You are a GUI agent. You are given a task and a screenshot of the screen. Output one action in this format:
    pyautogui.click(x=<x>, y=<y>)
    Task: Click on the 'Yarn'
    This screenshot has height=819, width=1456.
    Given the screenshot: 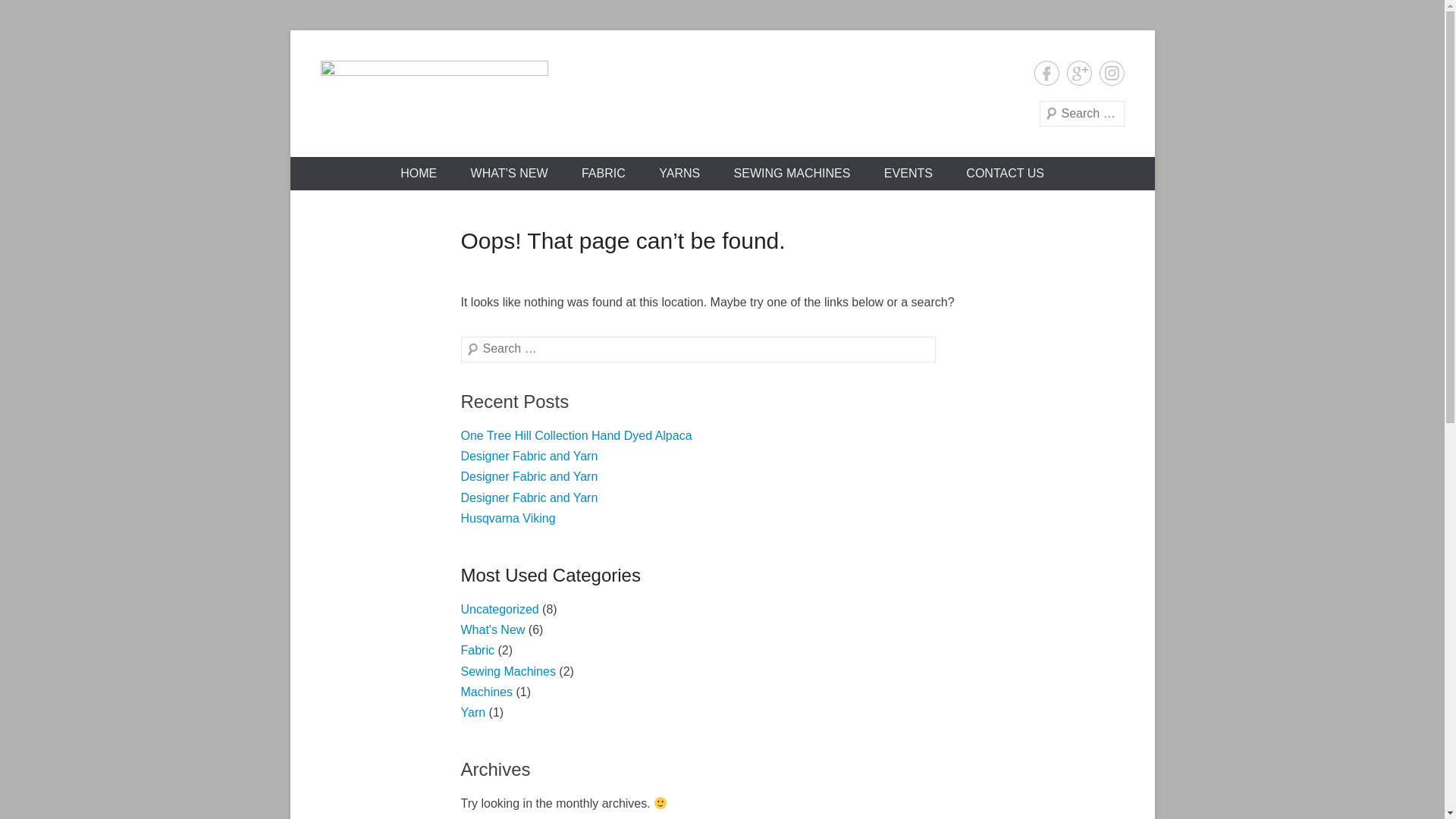 What is the action you would take?
    pyautogui.click(x=472, y=712)
    